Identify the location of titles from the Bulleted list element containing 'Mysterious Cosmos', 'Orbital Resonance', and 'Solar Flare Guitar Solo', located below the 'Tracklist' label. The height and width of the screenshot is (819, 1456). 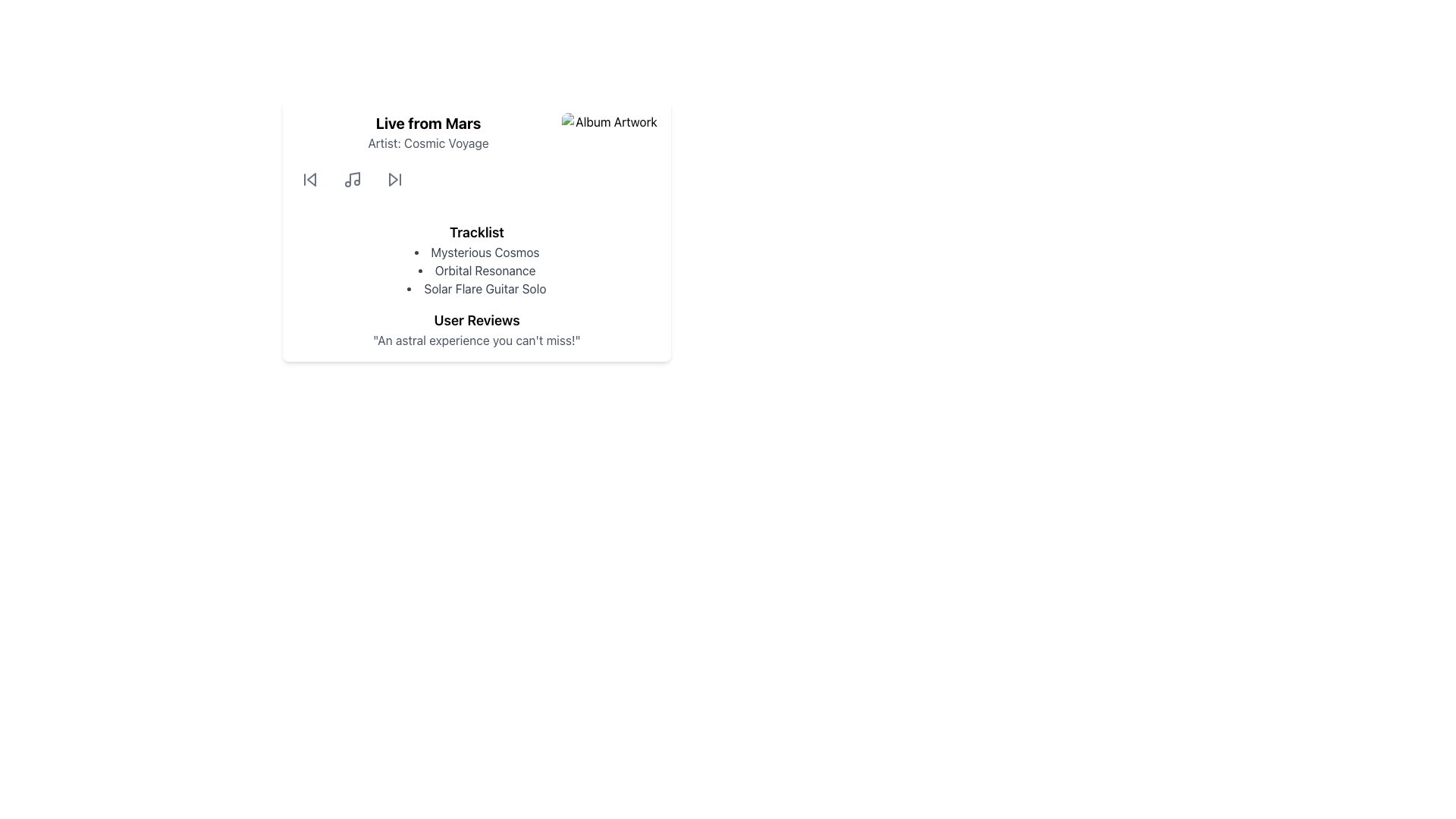
(475, 270).